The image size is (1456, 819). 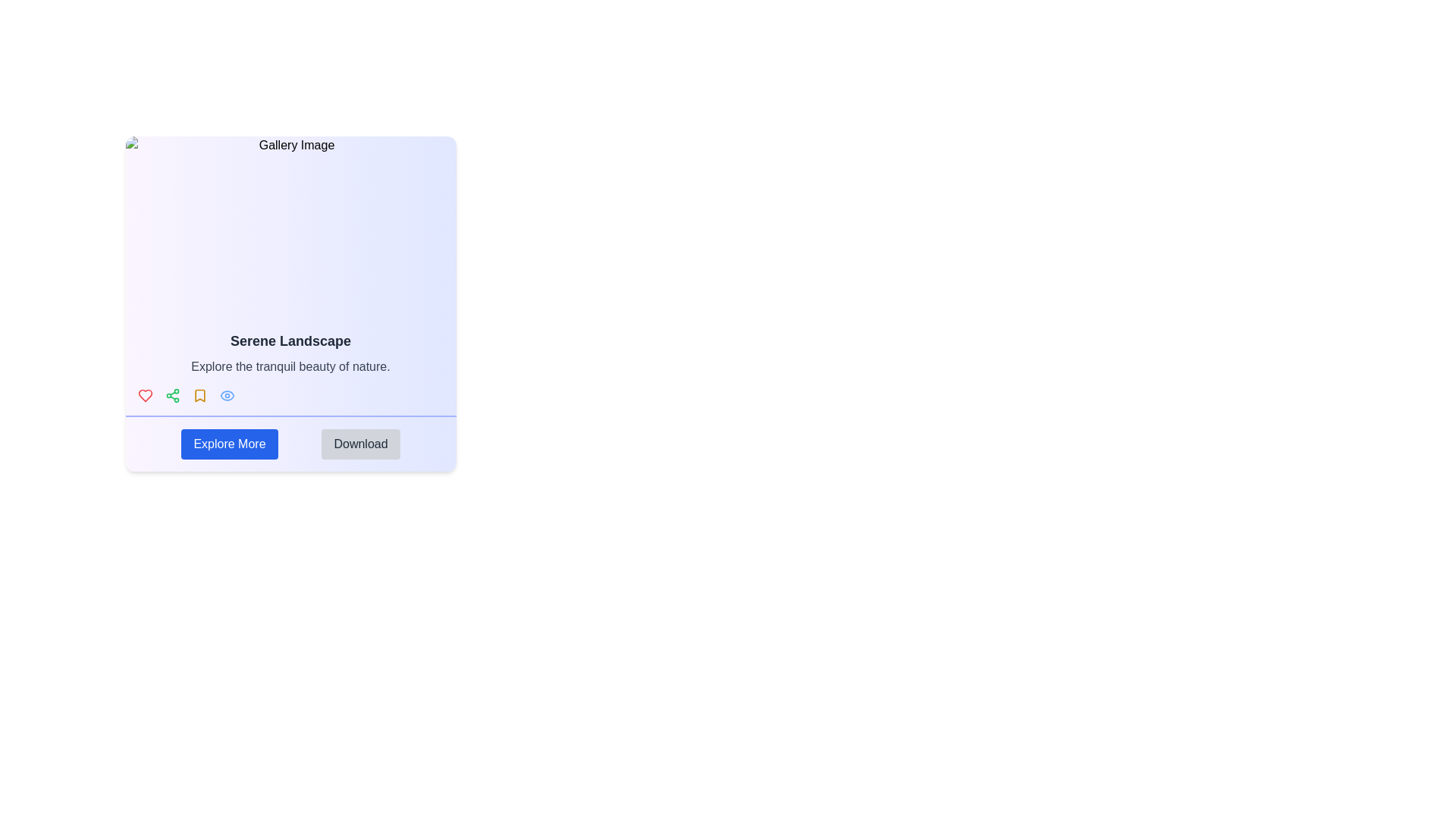 What do you see at coordinates (145, 394) in the screenshot?
I see `the heart icon located in the upper left section of the card layout to favorite or like the item` at bounding box center [145, 394].